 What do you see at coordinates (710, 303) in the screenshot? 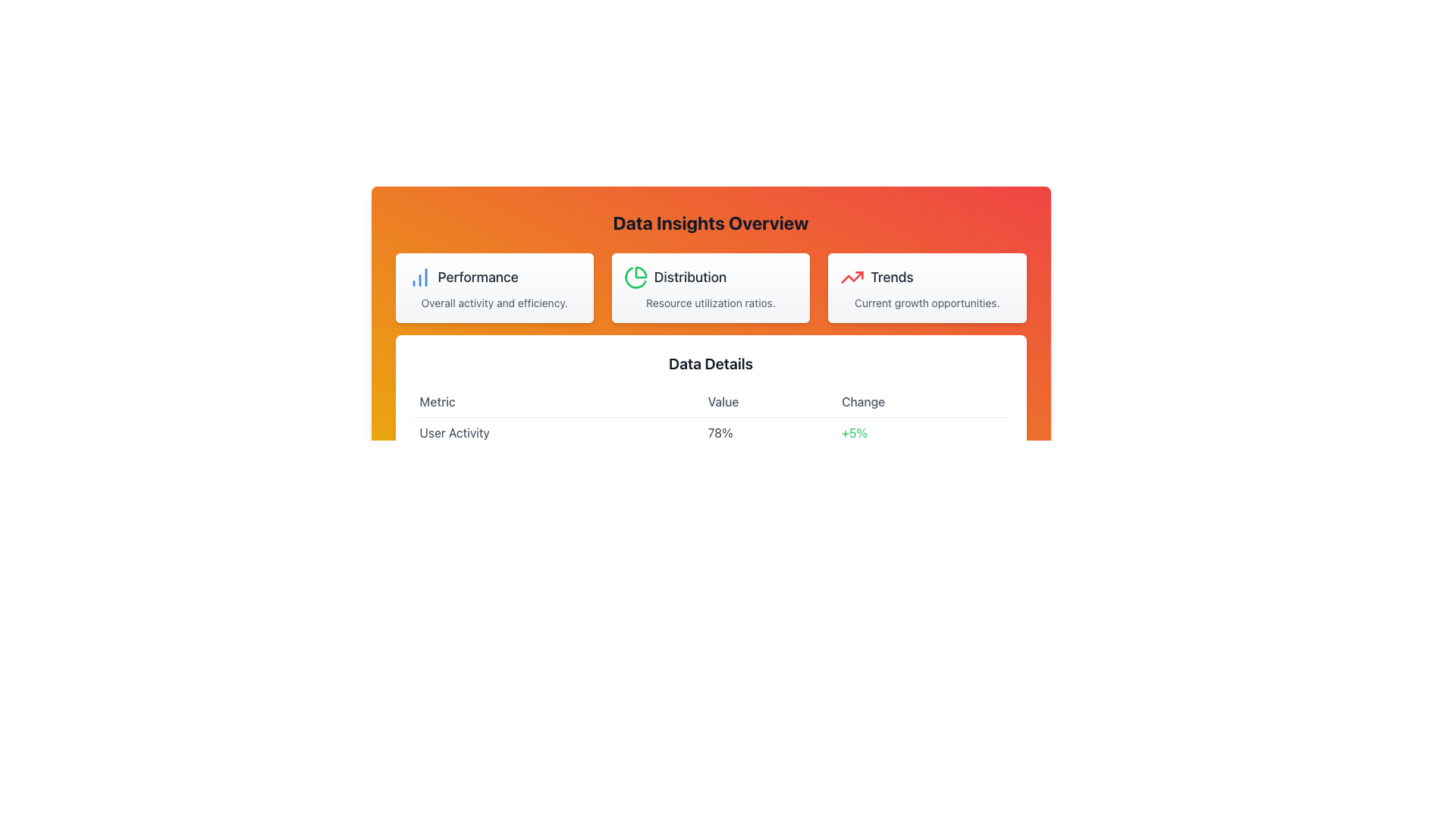
I see `text label displaying 'Resource utilization ratios.' located below the main title 'Distribution' in the card titled 'Distribution.'` at bounding box center [710, 303].